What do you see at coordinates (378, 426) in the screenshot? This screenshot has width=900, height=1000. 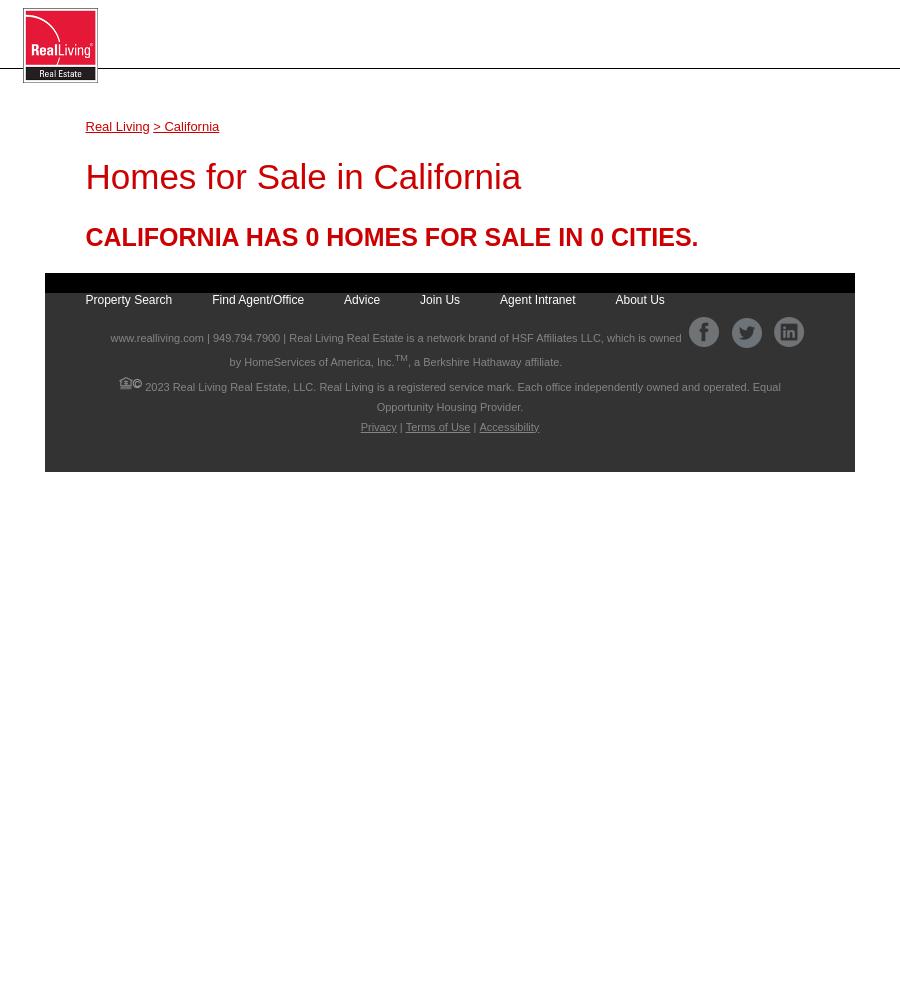 I see `'Privacy'` at bounding box center [378, 426].